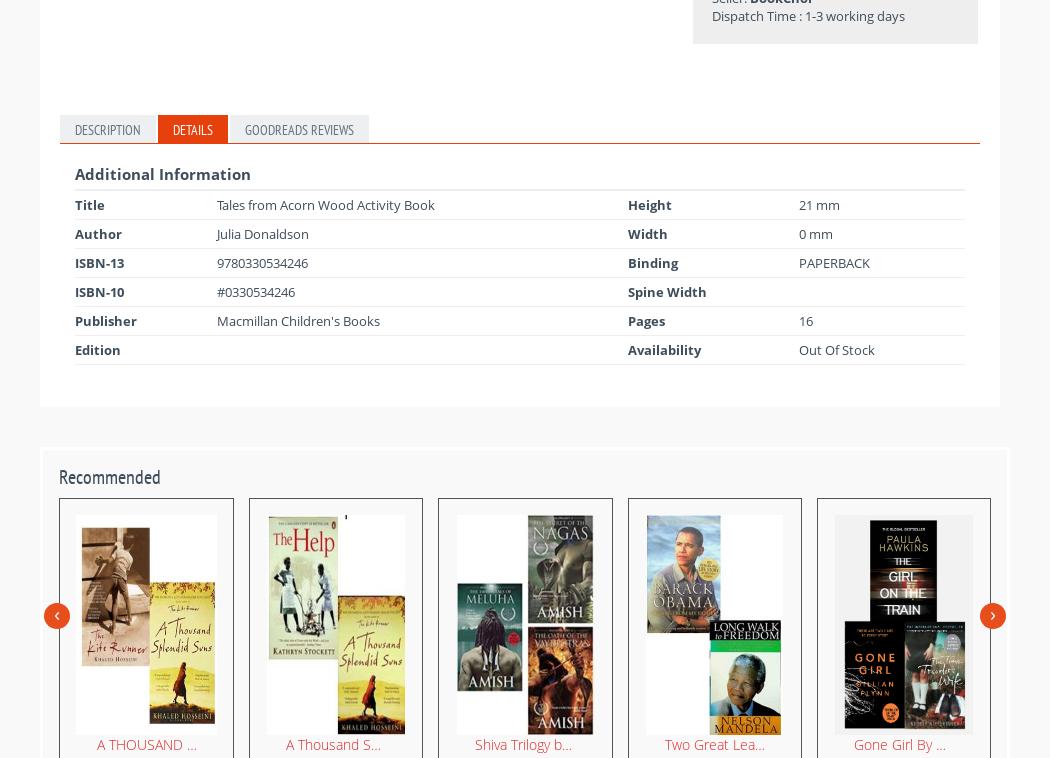  I want to click on '21 mm', so click(798, 203).